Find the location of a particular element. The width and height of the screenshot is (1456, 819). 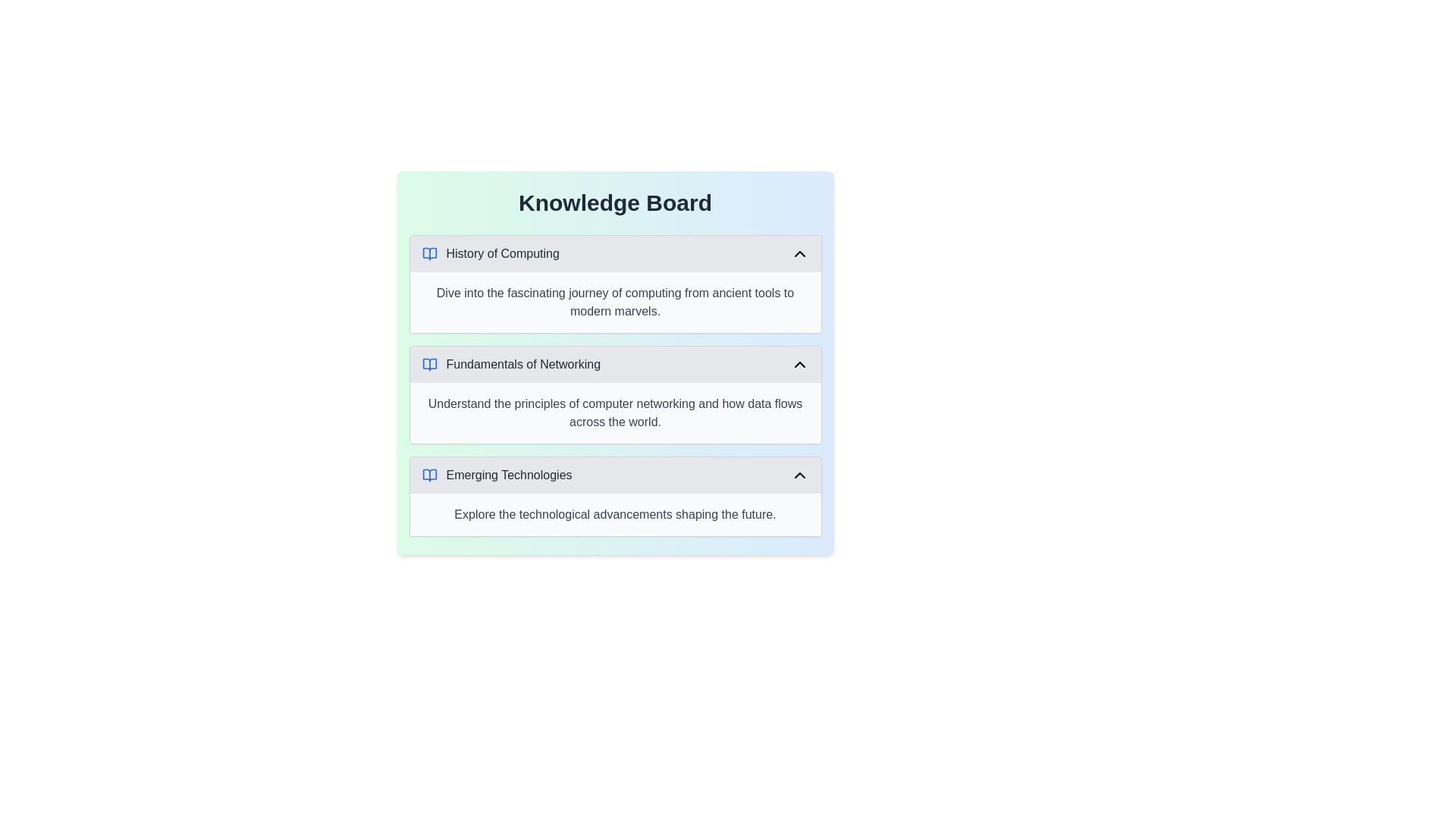

the Chevron Up icon located on the right side of the 'Emerging Technologies' header is located at coordinates (799, 475).